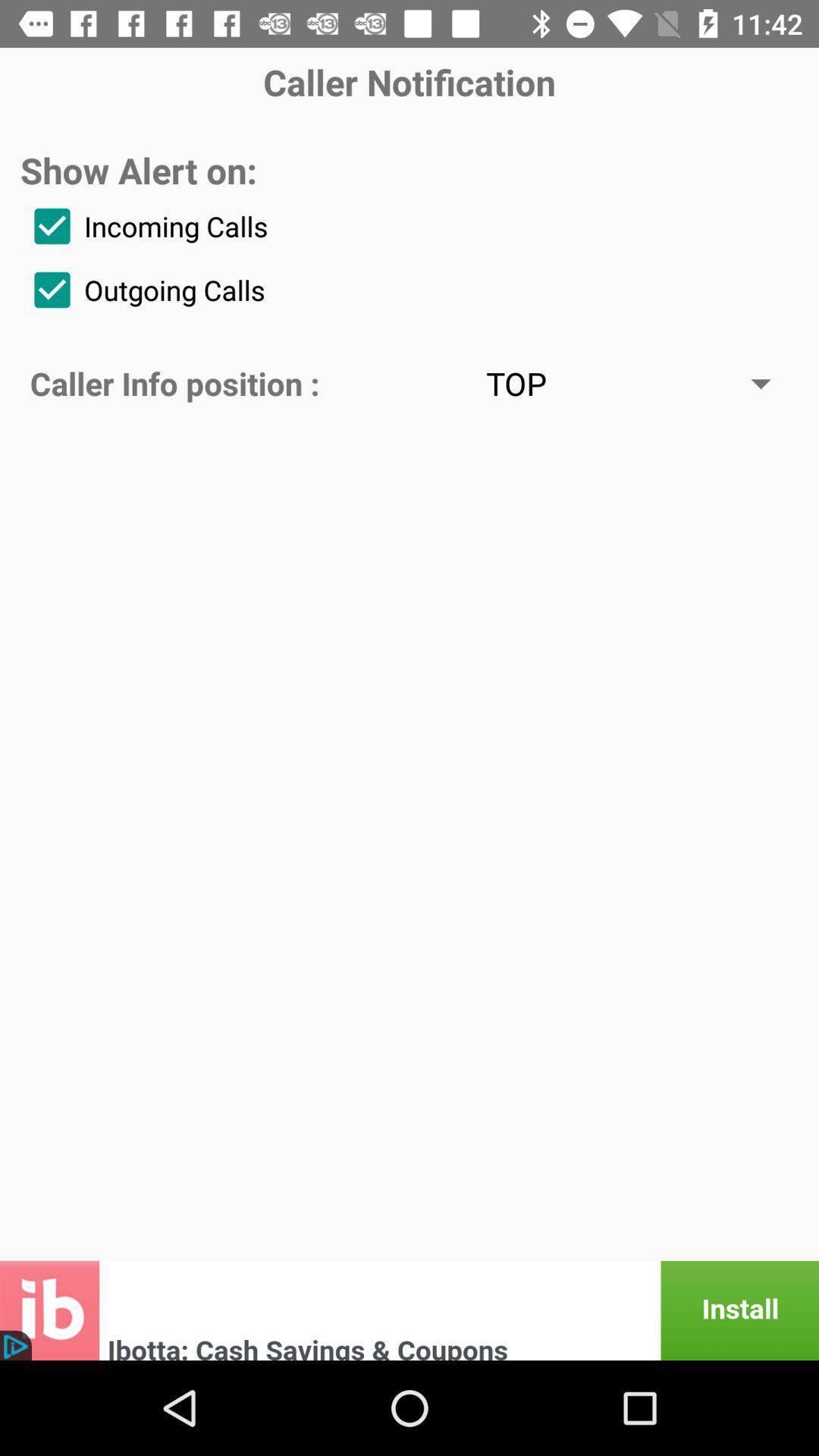  Describe the element at coordinates (409, 1310) in the screenshot. I see `advertisement` at that location.